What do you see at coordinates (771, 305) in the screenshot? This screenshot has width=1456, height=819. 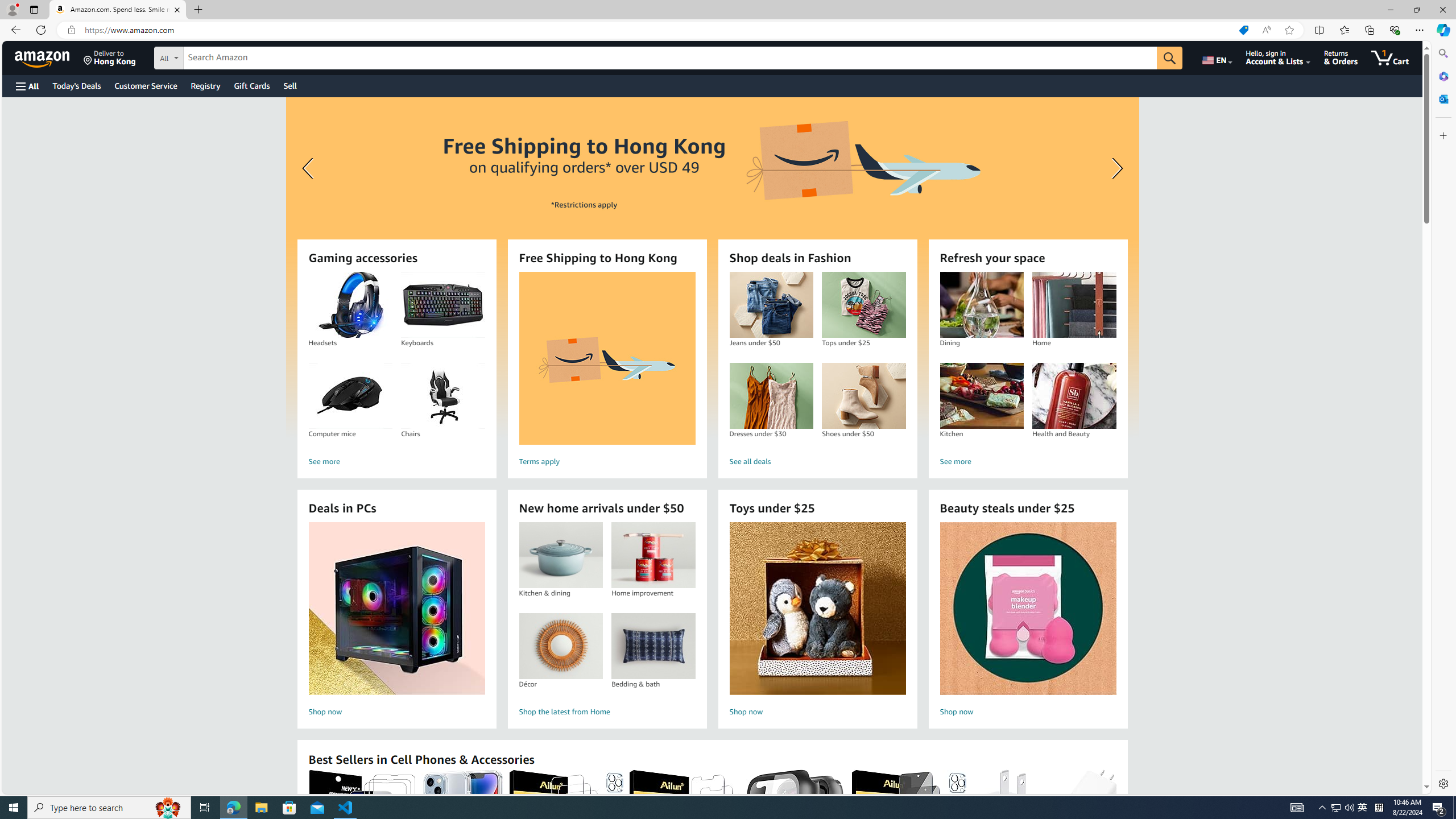 I see `'Jeans under $50'` at bounding box center [771, 305].